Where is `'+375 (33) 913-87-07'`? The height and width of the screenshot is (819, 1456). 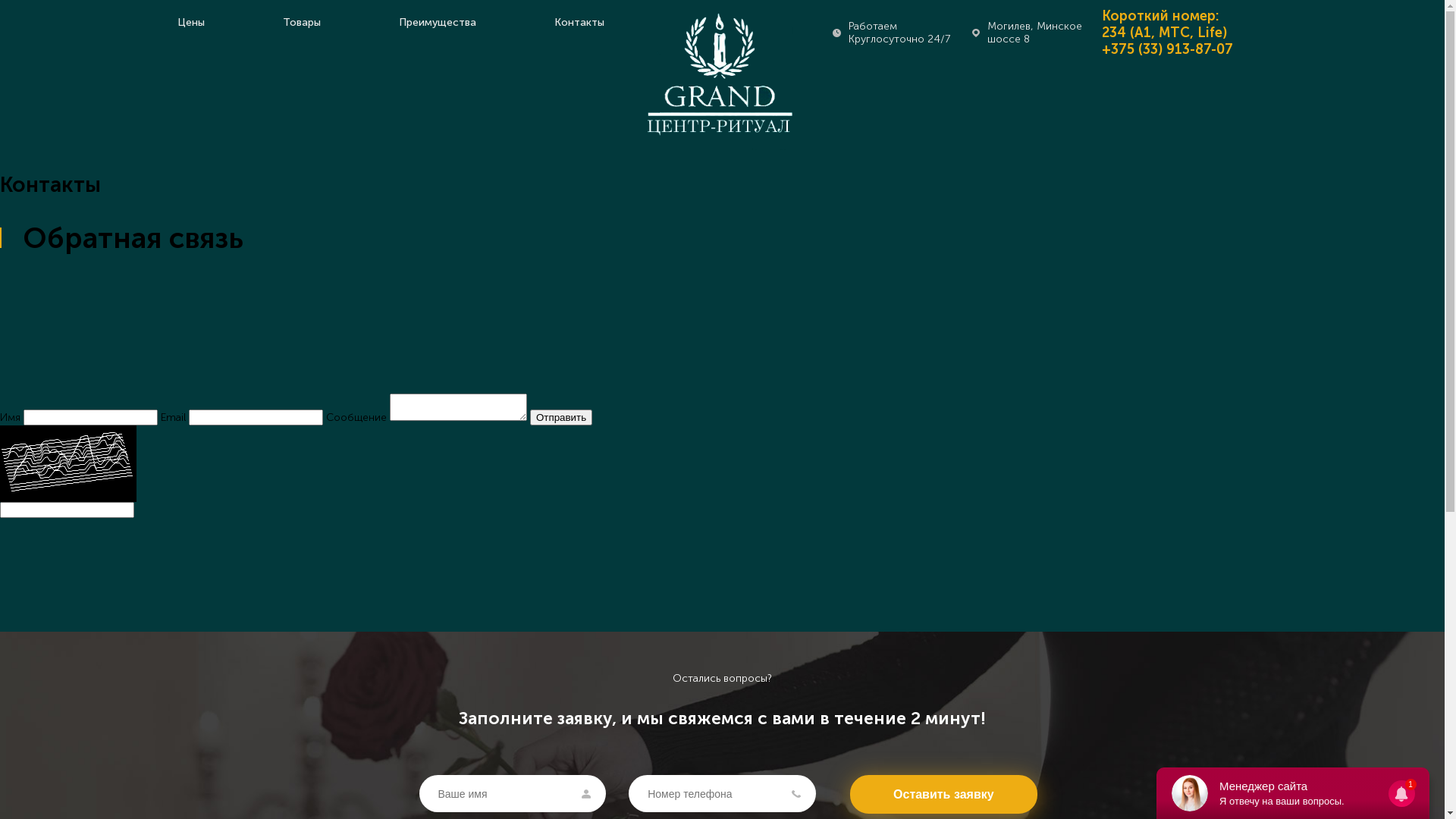 '+375 (33) 913-87-07' is located at coordinates (1166, 49).